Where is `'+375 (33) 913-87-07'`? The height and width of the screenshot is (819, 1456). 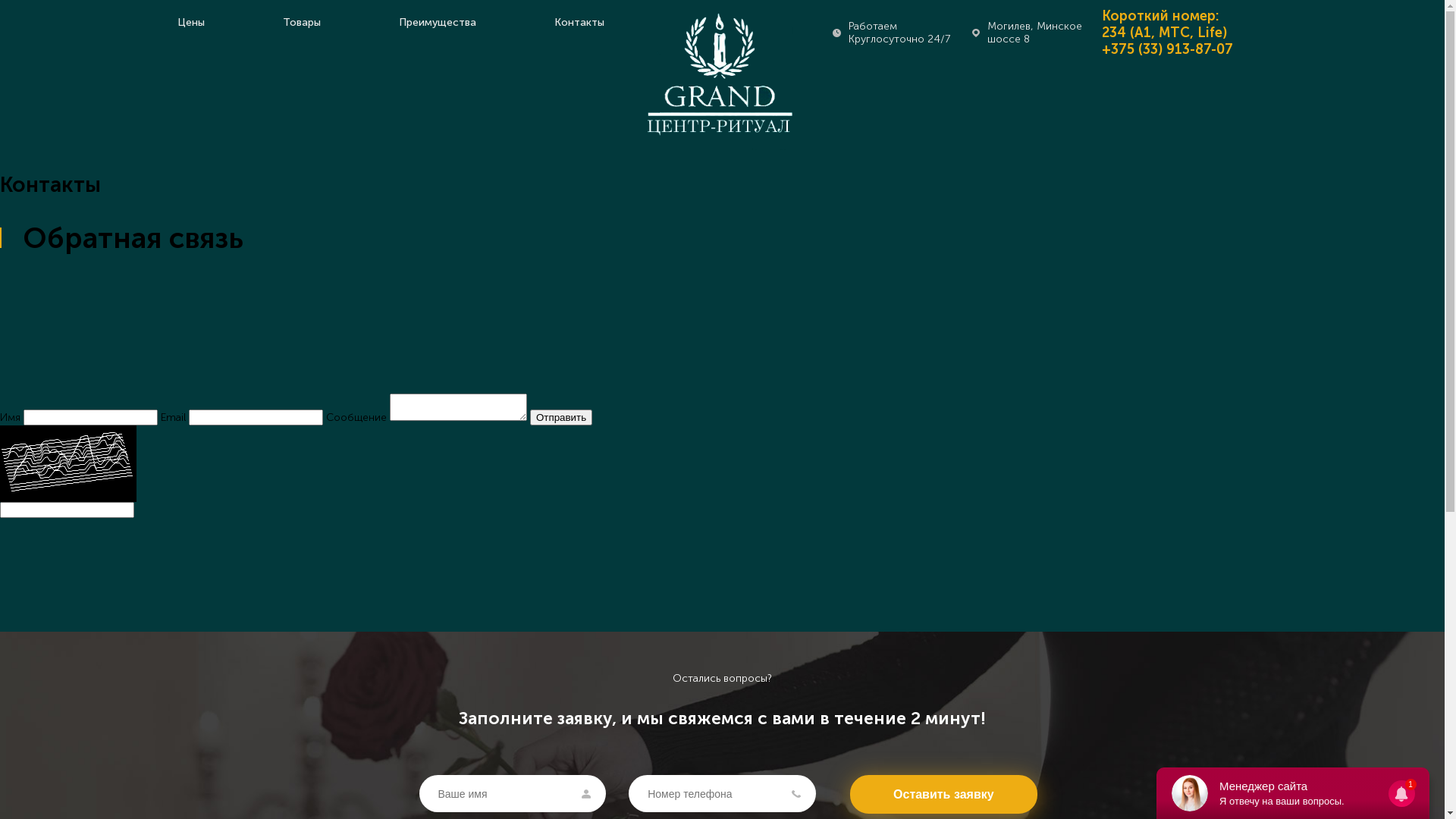 '+375 (33) 913-87-07' is located at coordinates (1166, 49).